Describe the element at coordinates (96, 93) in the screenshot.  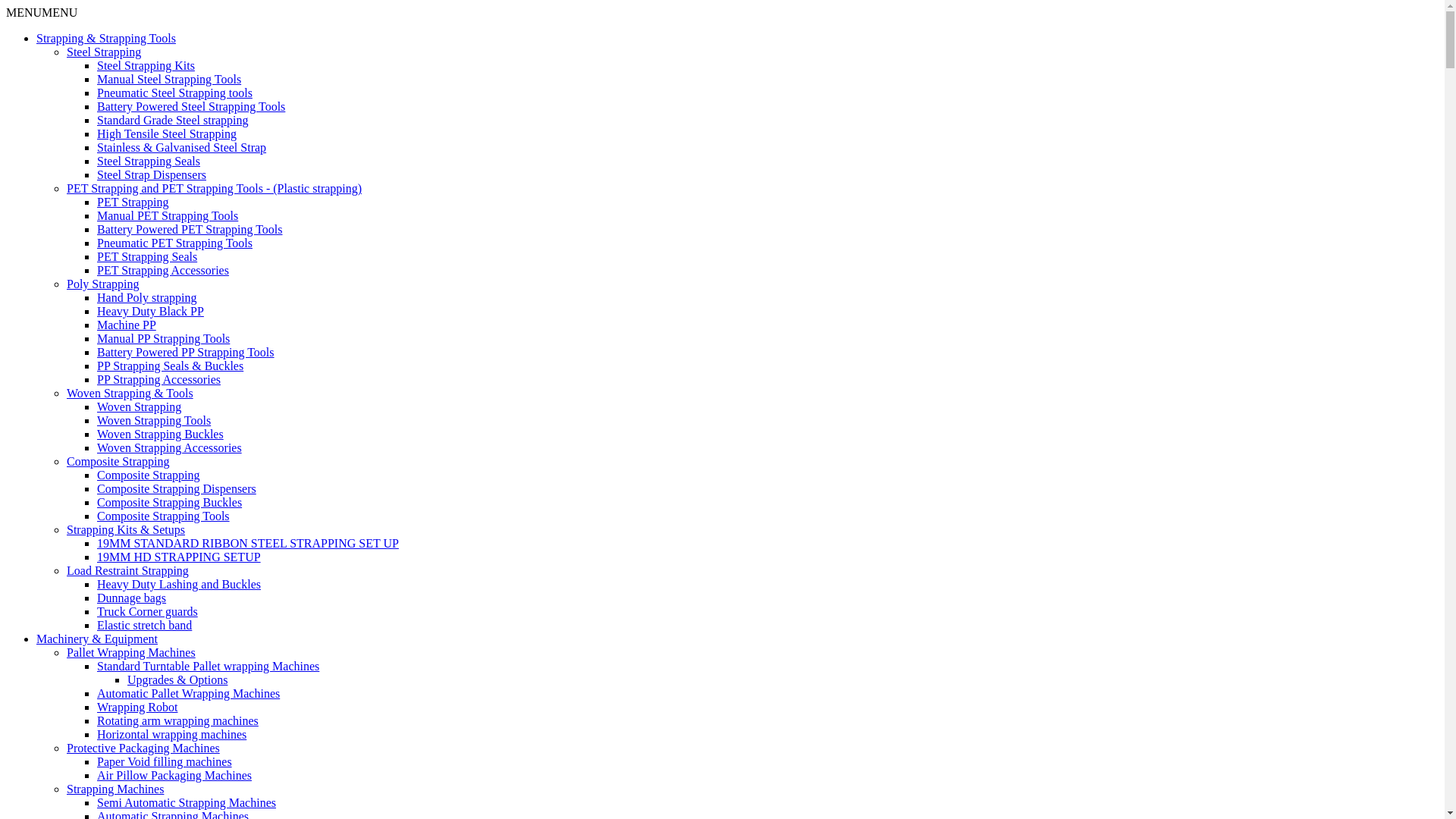
I see `'Pneumatic Steel Strapping tools'` at that location.